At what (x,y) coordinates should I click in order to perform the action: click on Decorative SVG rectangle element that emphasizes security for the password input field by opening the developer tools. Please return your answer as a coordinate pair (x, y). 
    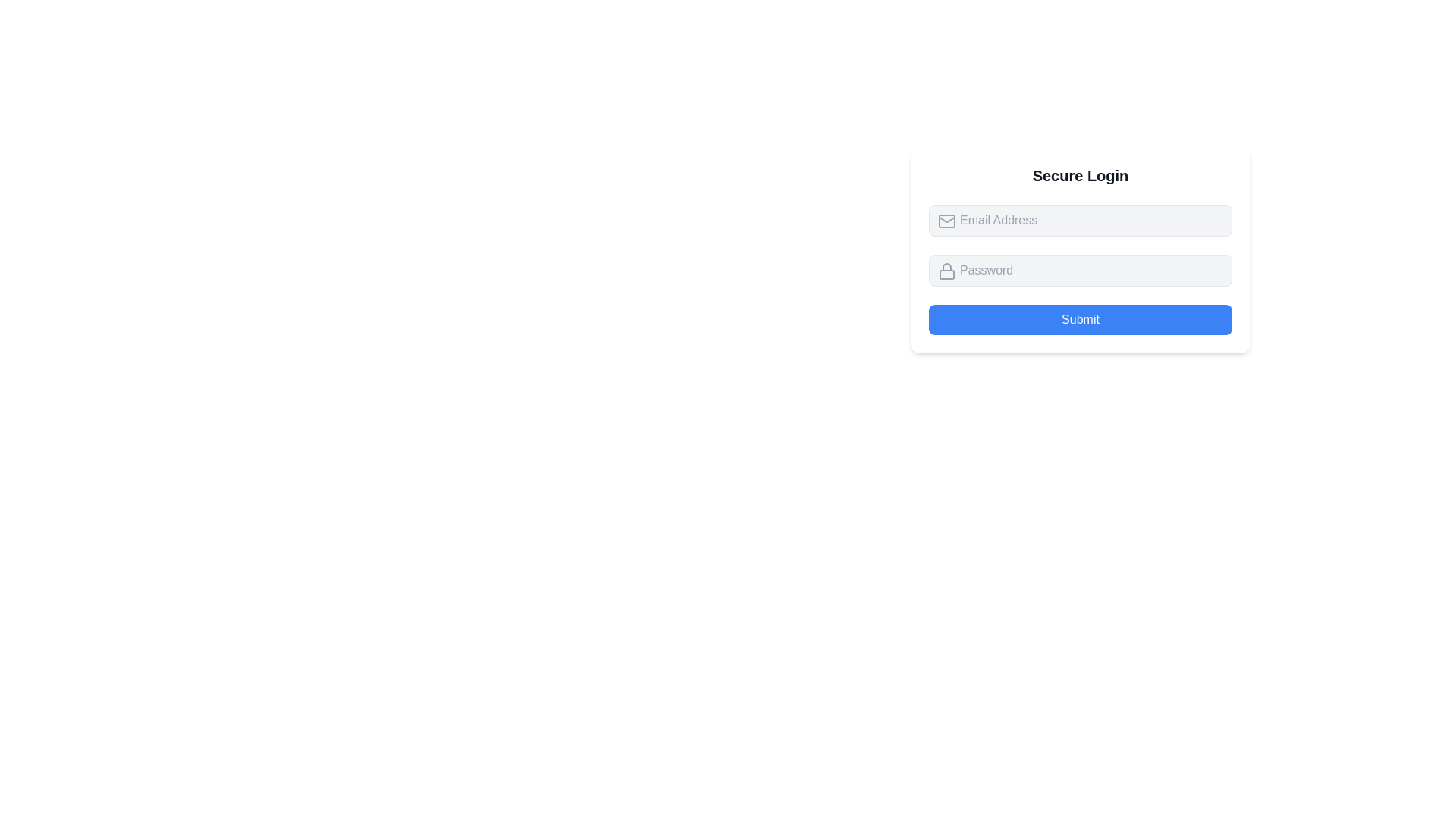
    Looking at the image, I should click on (946, 275).